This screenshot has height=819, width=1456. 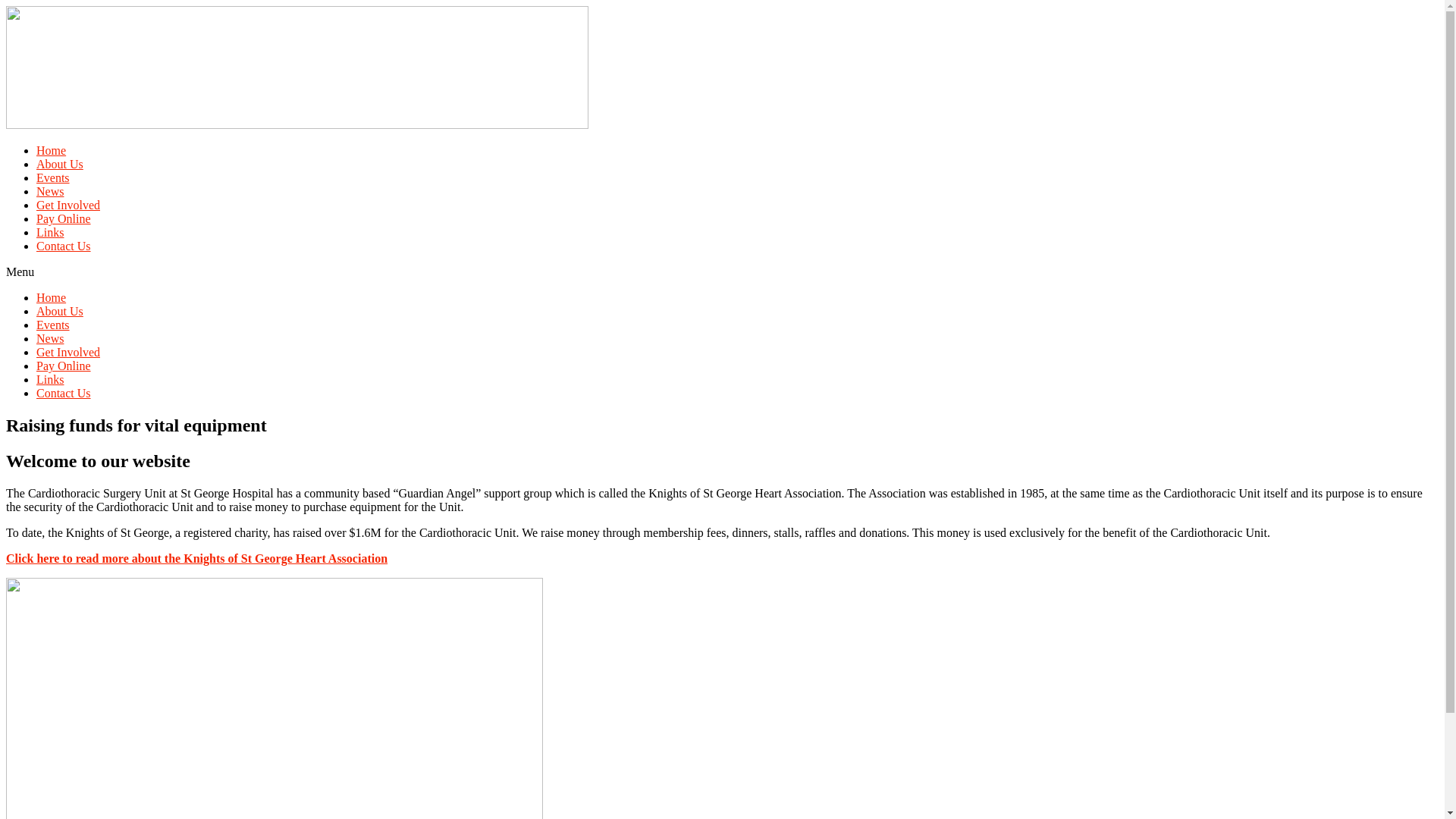 What do you see at coordinates (62, 245) in the screenshot?
I see `'Contact Us'` at bounding box center [62, 245].